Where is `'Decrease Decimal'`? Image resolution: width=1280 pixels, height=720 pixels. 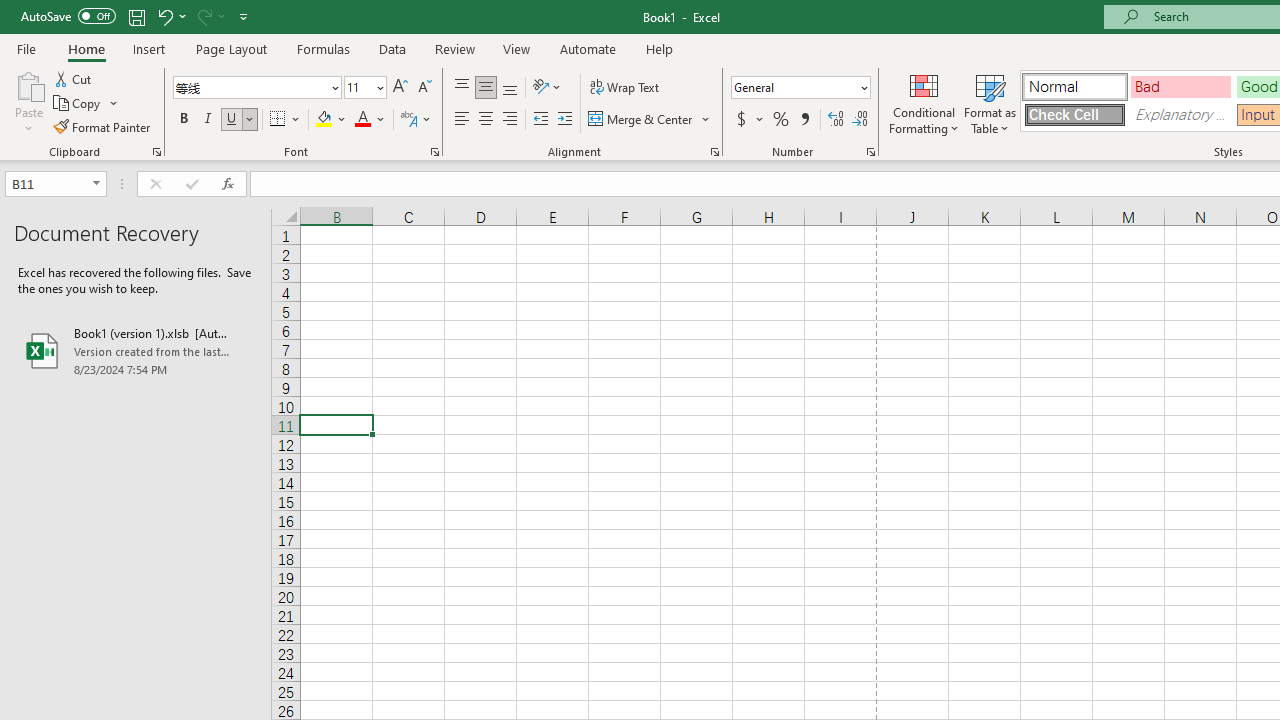
'Decrease Decimal' is located at coordinates (859, 119).